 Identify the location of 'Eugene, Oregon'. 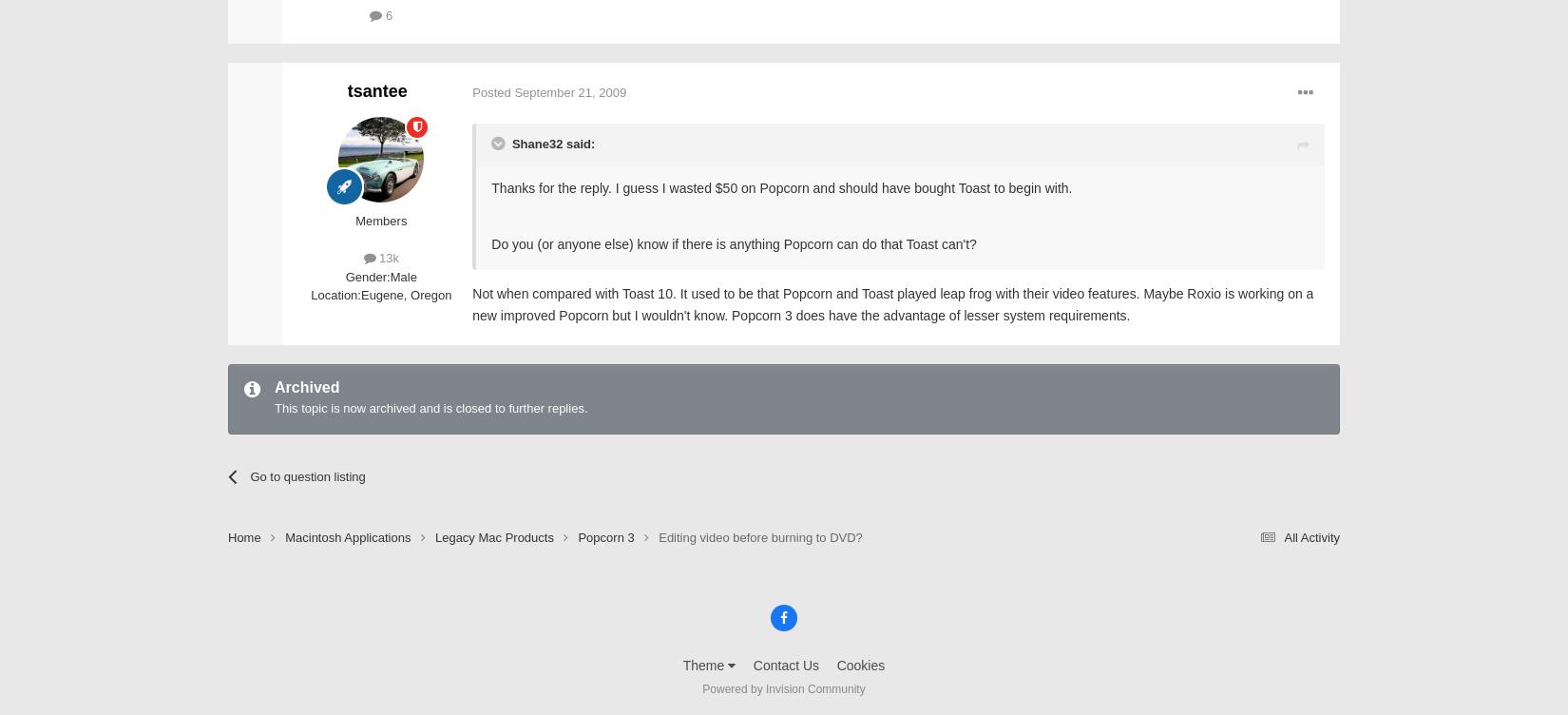
(405, 294).